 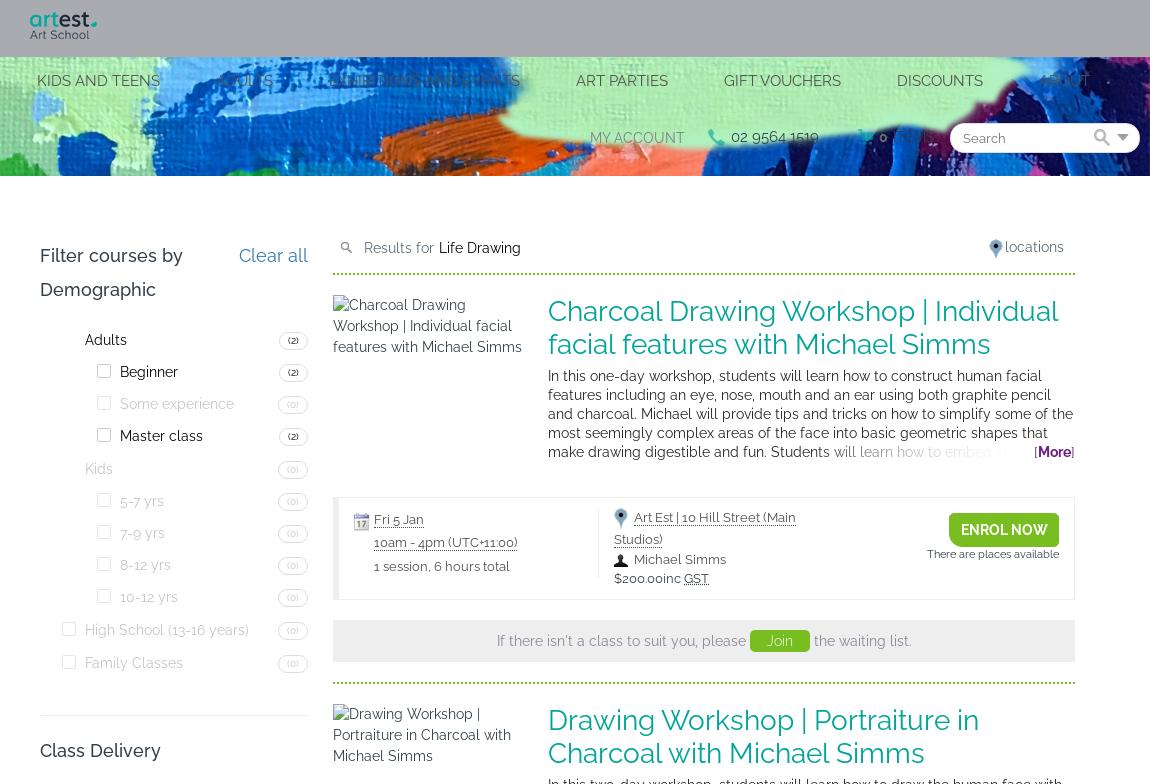 What do you see at coordinates (98, 467) in the screenshot?
I see `'Kids'` at bounding box center [98, 467].